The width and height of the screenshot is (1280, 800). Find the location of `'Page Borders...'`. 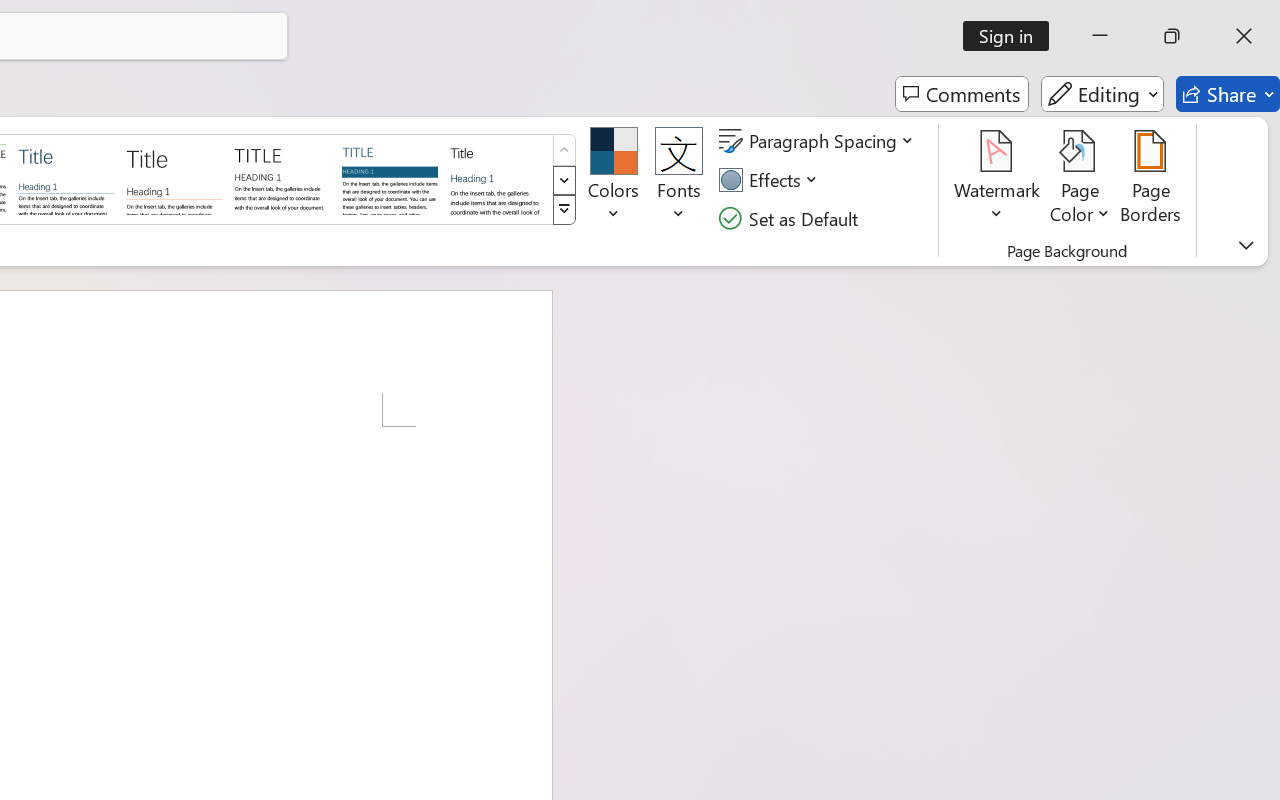

'Page Borders...' is located at coordinates (1151, 179).